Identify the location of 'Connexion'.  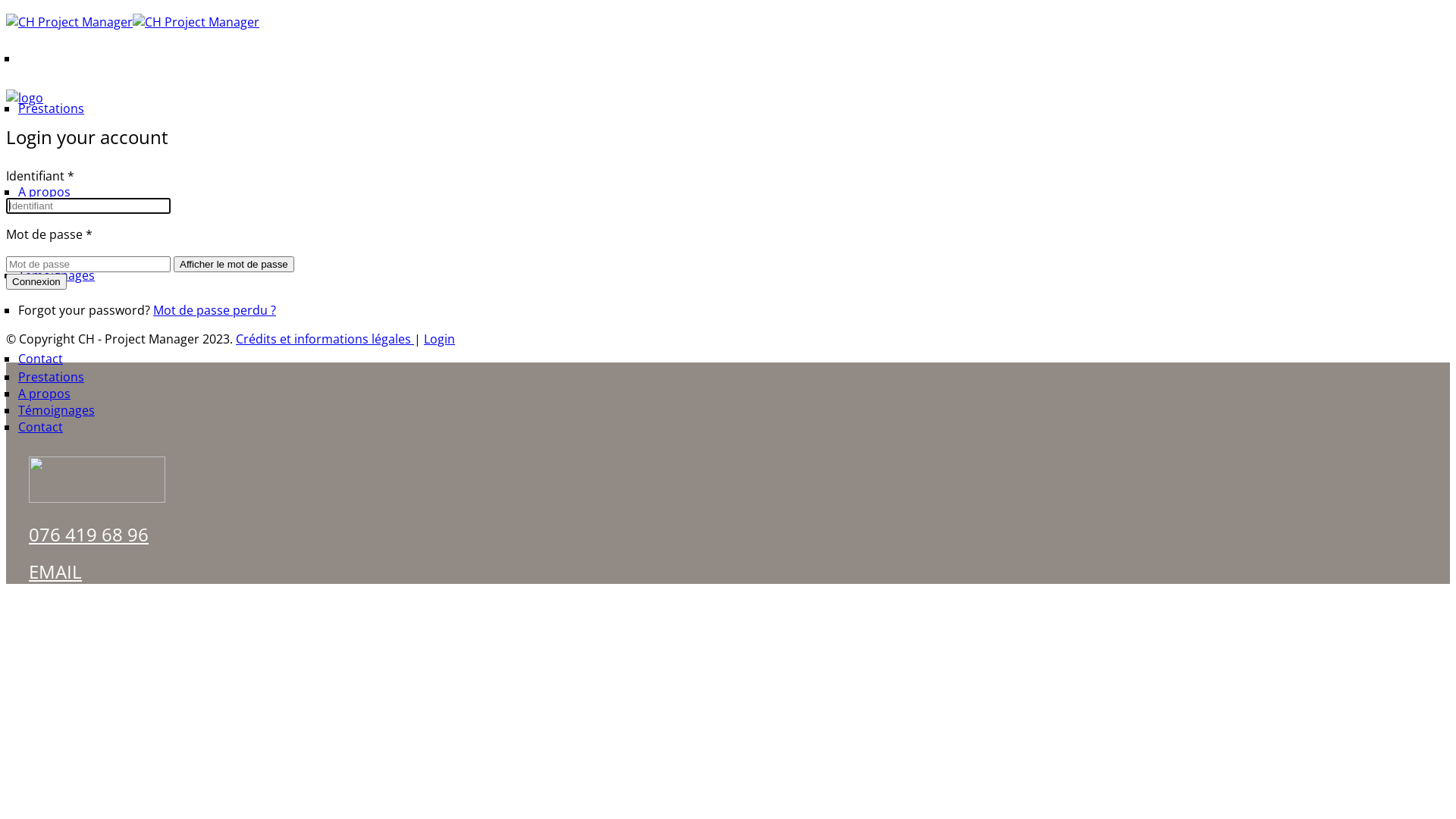
(36, 281).